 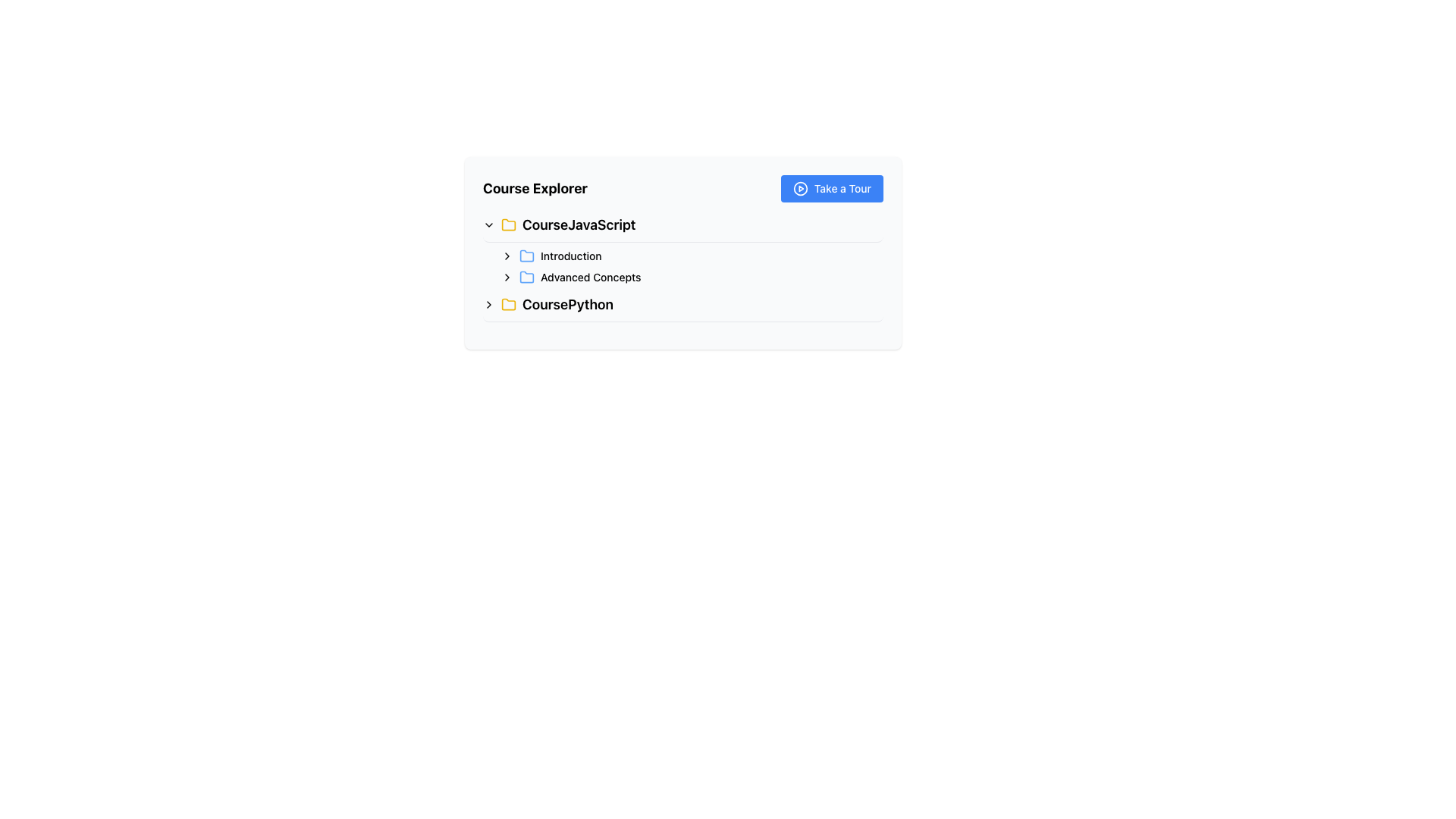 What do you see at coordinates (507, 278) in the screenshot?
I see `the Chevron button located to the left of 'Advanced Concepts'` at bounding box center [507, 278].